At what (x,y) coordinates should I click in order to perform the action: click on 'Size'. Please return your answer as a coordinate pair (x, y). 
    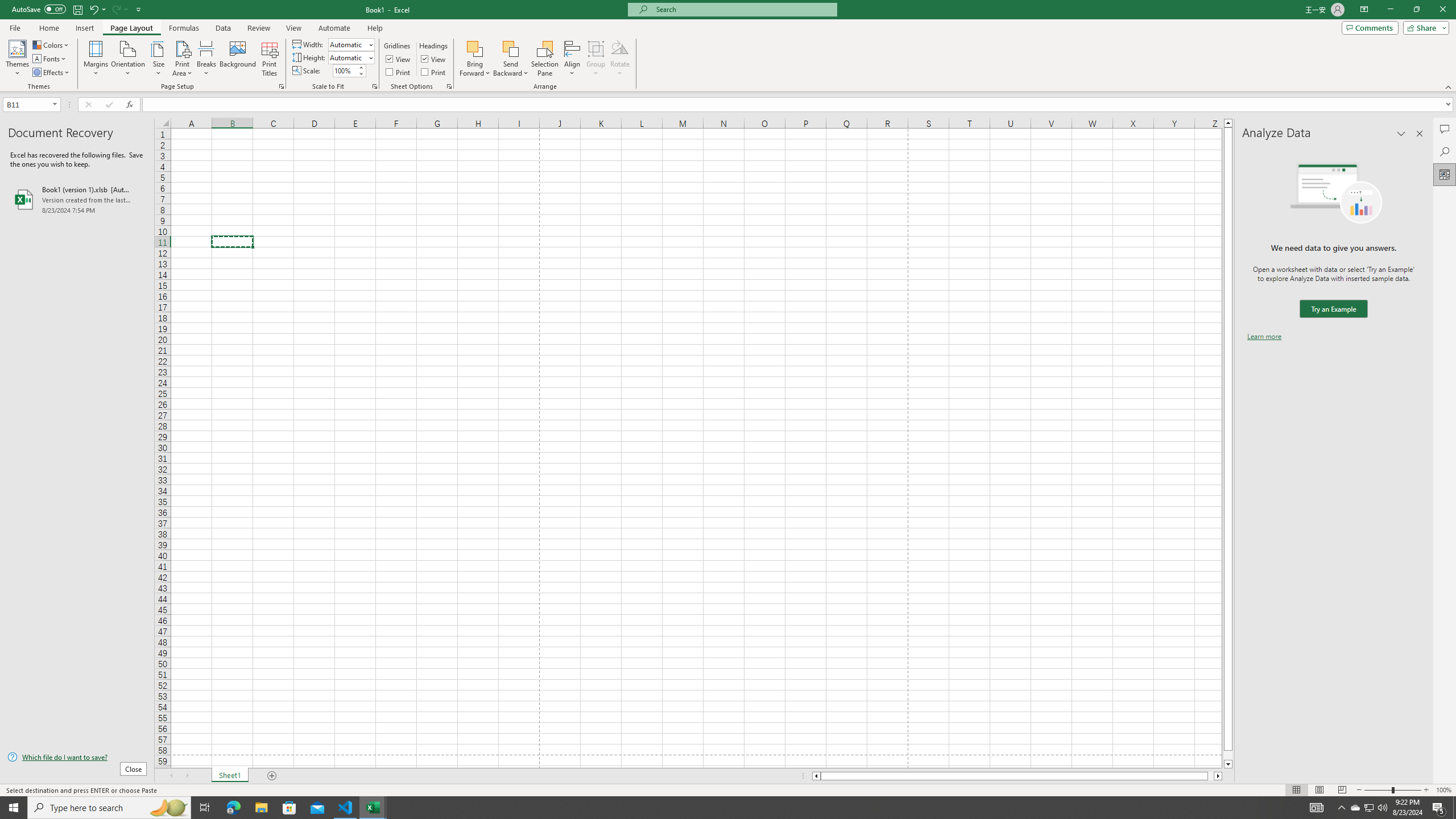
    Looking at the image, I should click on (158, 59).